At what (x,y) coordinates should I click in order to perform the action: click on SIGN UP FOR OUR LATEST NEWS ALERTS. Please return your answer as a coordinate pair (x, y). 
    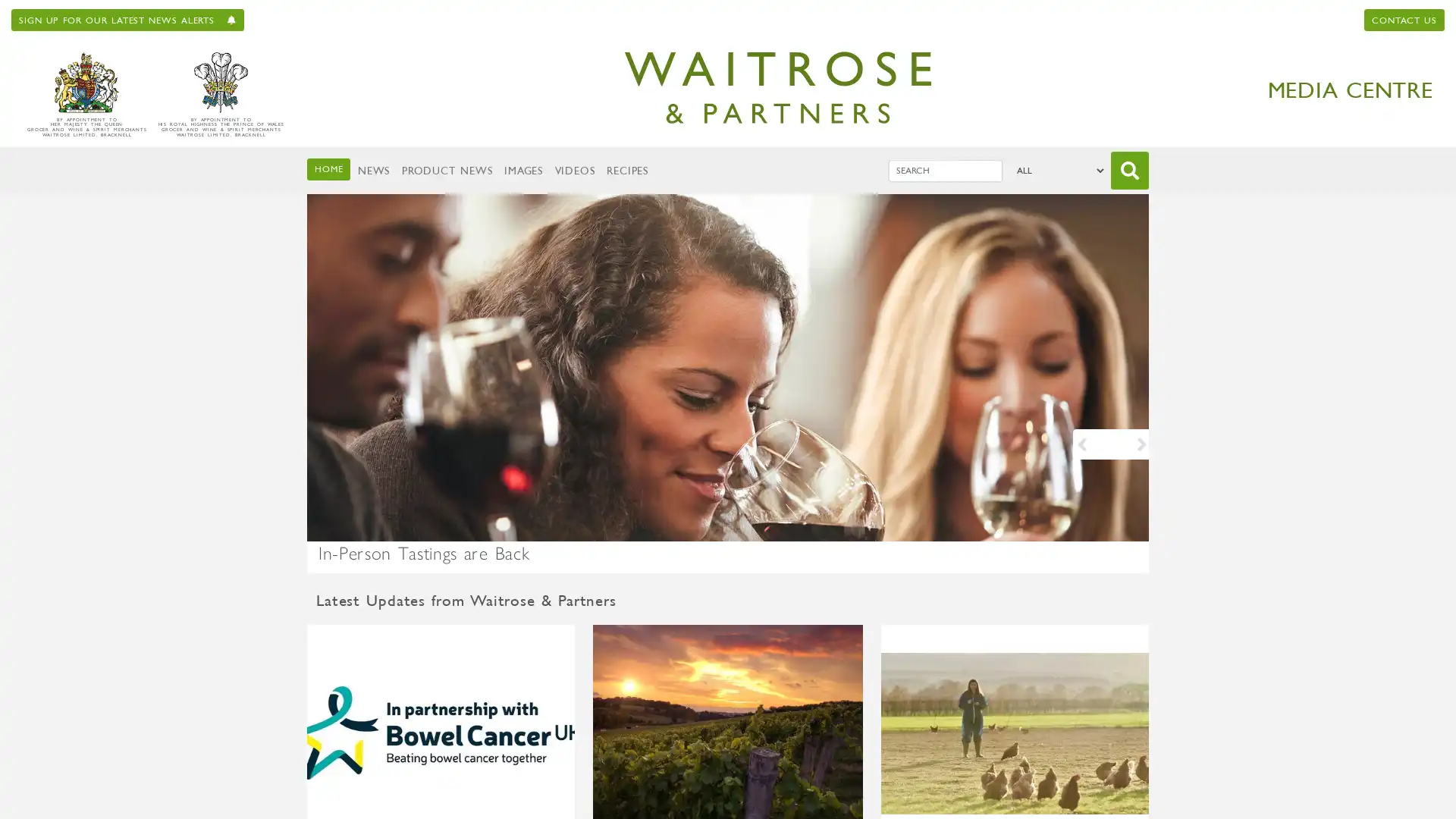
    Looking at the image, I should click on (127, 20).